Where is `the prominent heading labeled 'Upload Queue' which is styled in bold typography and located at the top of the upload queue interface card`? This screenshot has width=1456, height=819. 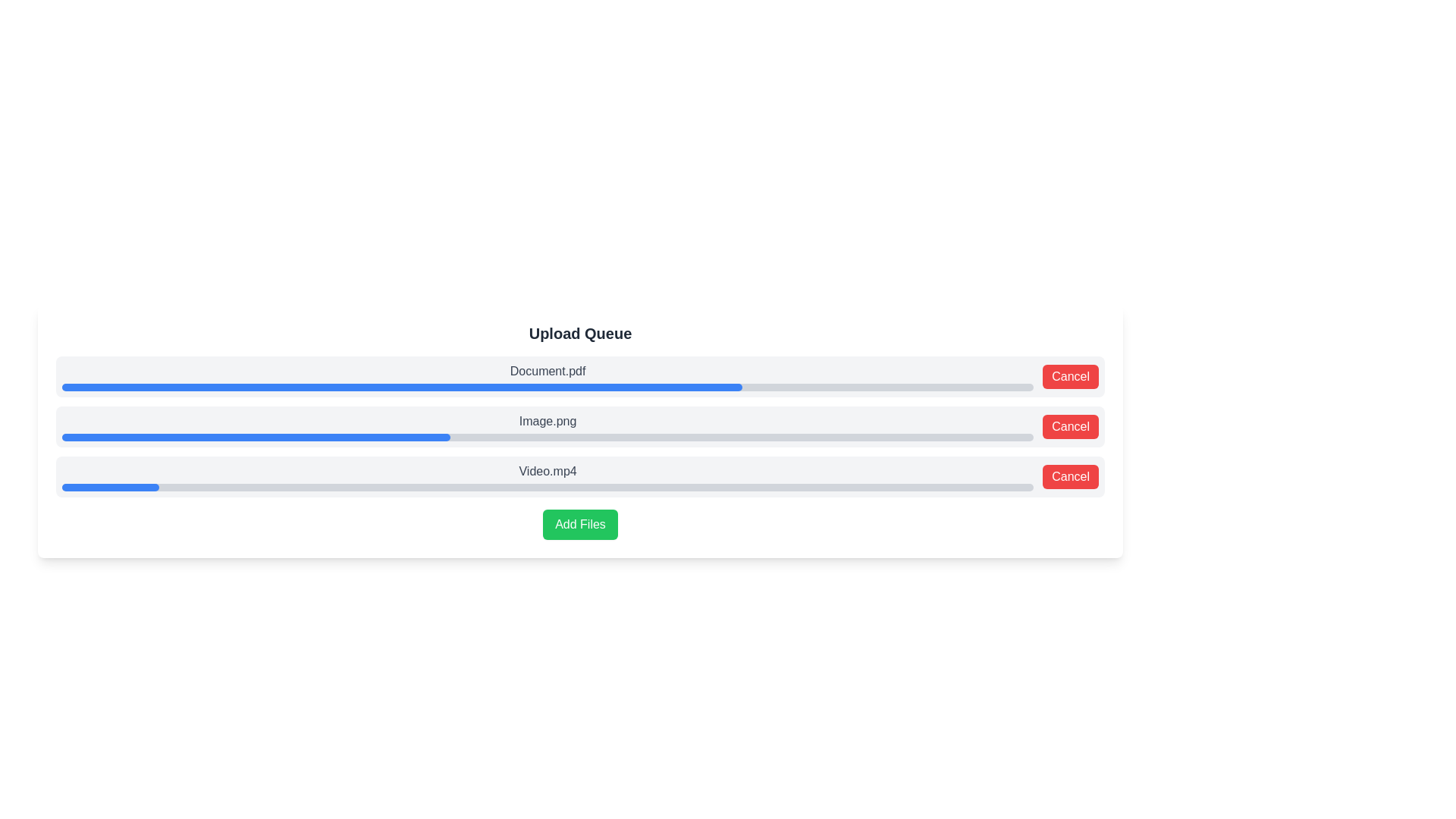
the prominent heading labeled 'Upload Queue' which is styled in bold typography and located at the top of the upload queue interface card is located at coordinates (579, 332).